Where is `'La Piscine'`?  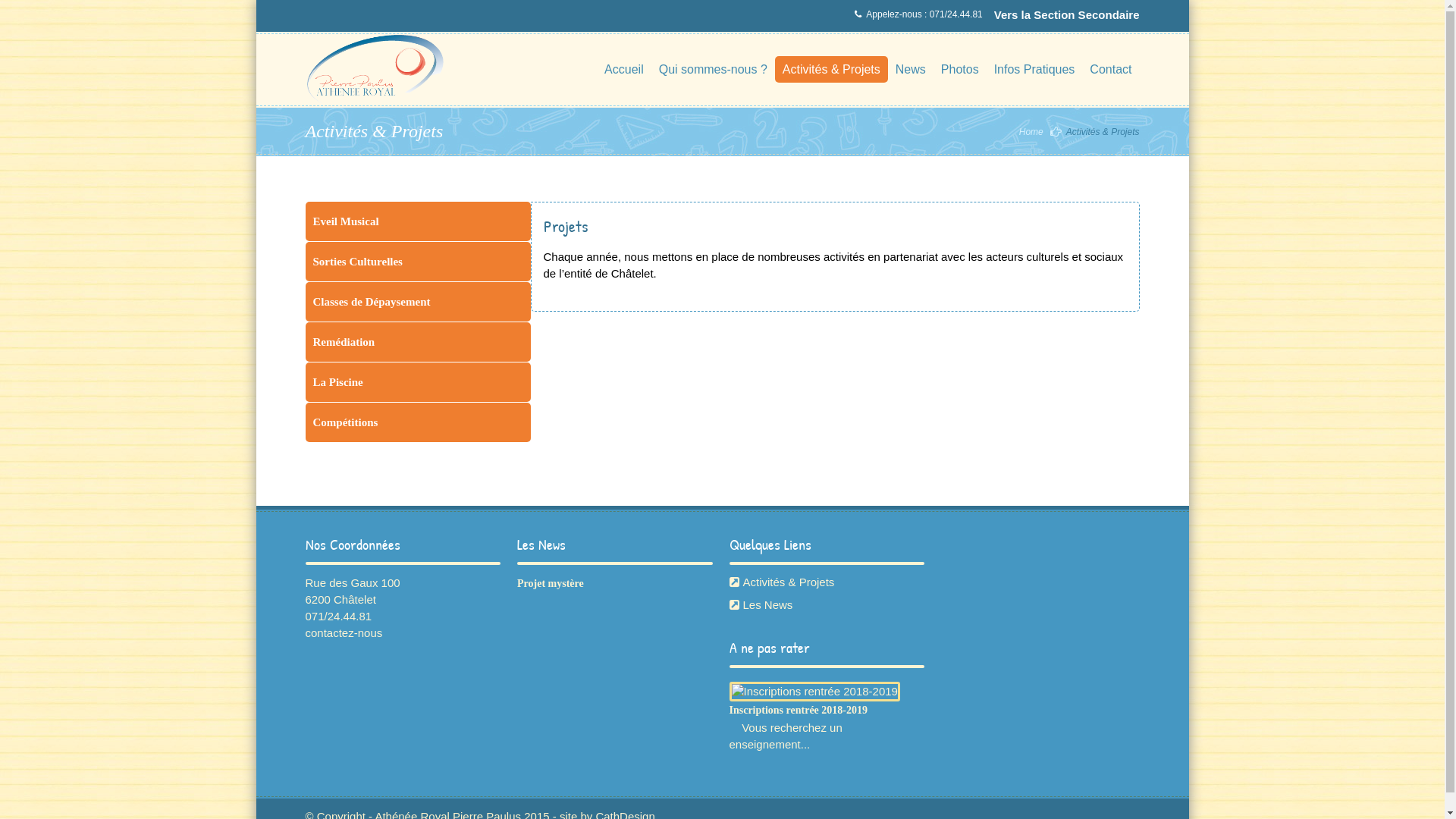 'La Piscine' is located at coordinates (417, 381).